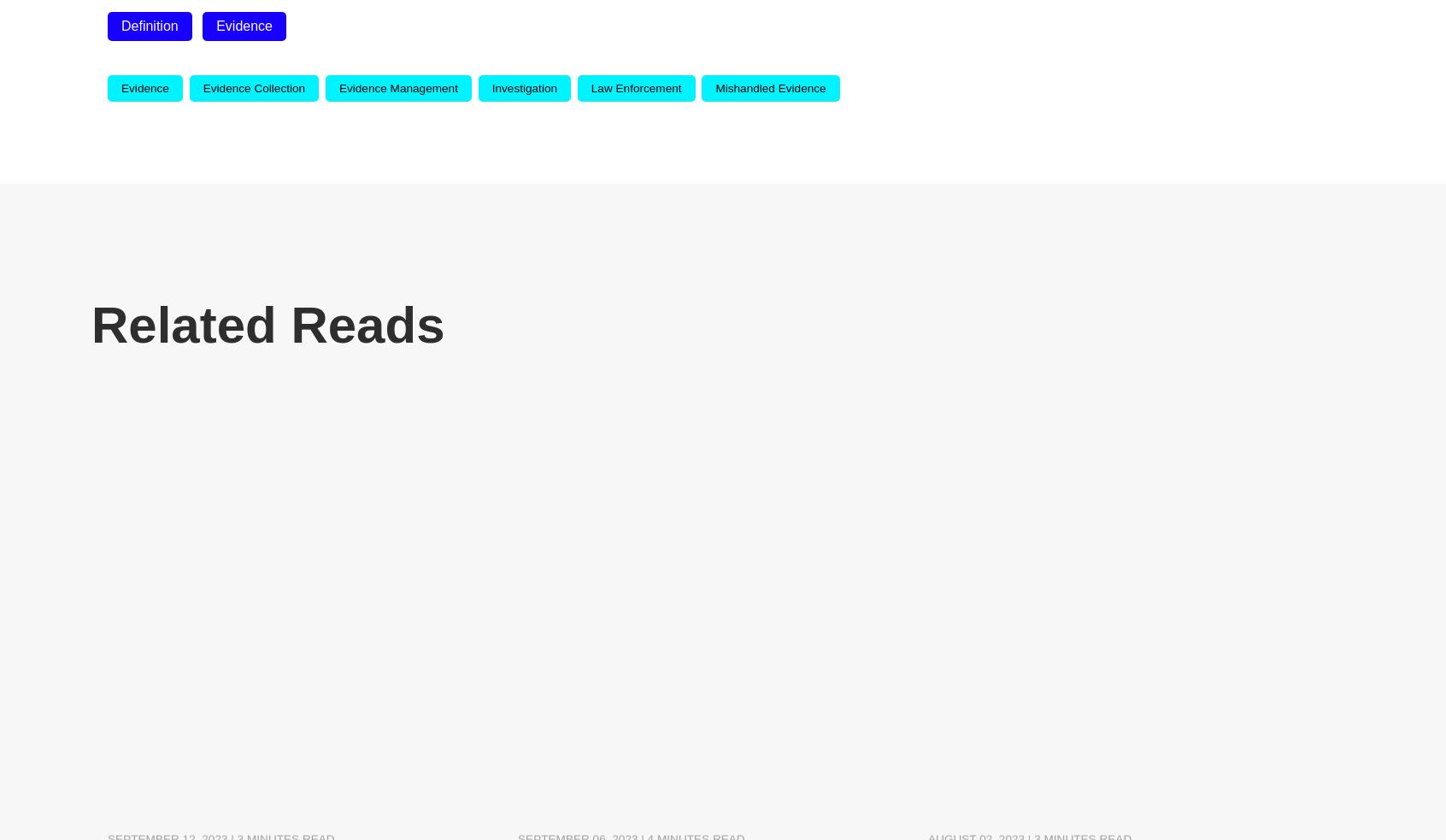 The height and width of the screenshot is (840, 1446). I want to click on 'Join The CaseGuard Team at IAI’s International Forensic Educational Conference', so click(1095, 743).